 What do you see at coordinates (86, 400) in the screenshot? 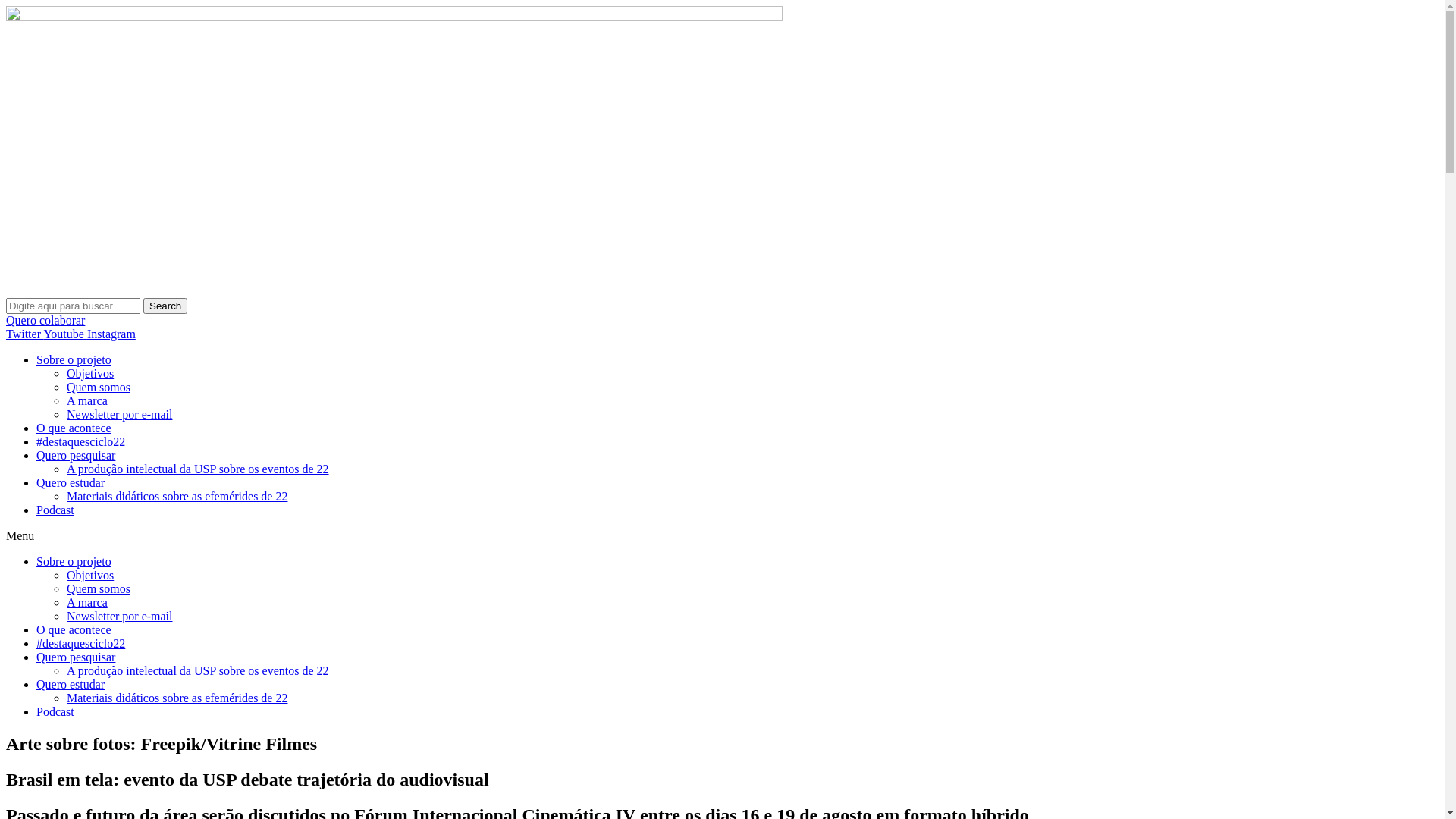
I see `'A marca'` at bounding box center [86, 400].